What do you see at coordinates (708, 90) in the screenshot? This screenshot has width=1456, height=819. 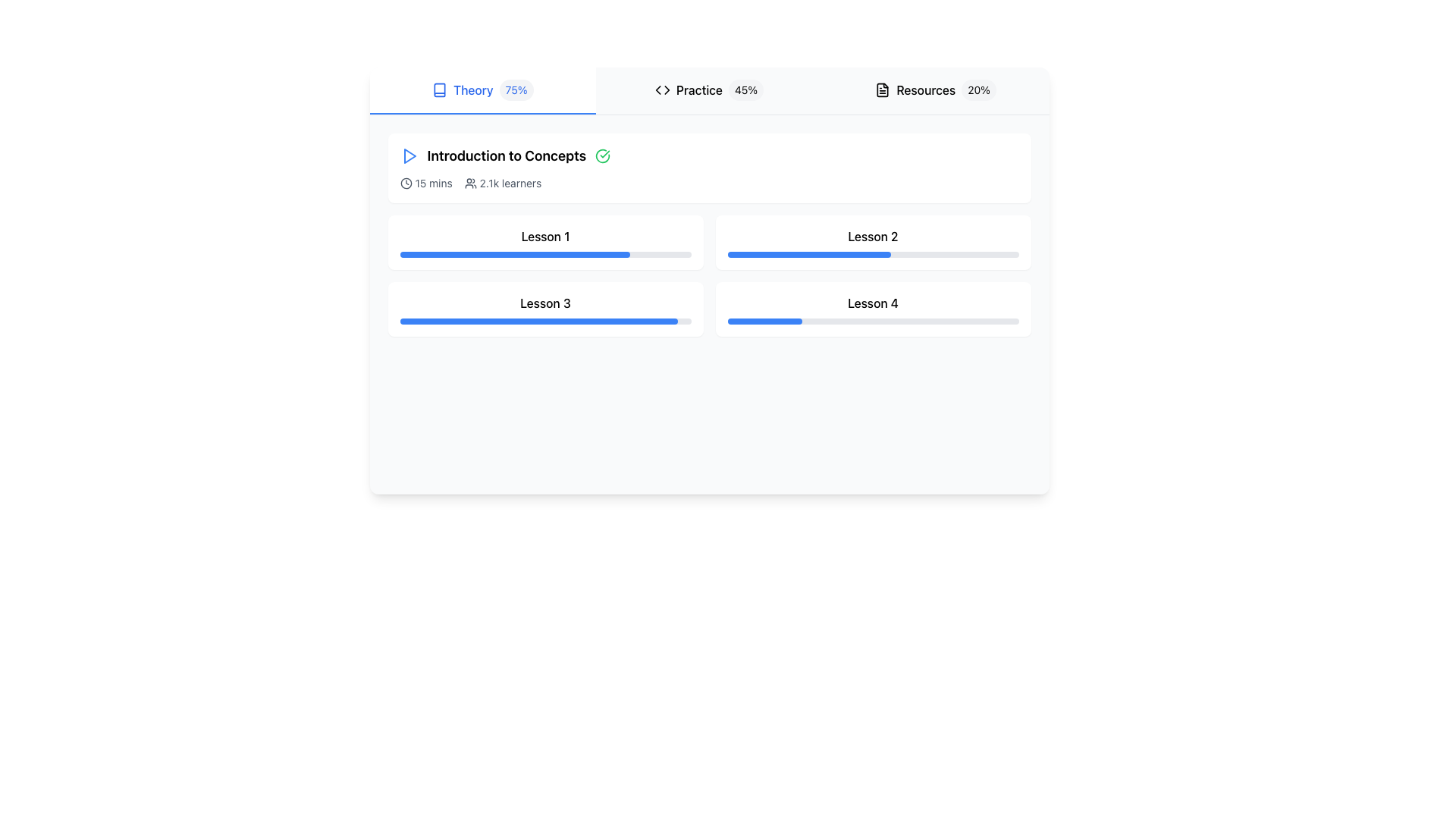 I see `the 'Practice' label in the composite UI component that includes 'Theory', 'Practice', and 'Resources' labels with percentage values` at bounding box center [708, 90].